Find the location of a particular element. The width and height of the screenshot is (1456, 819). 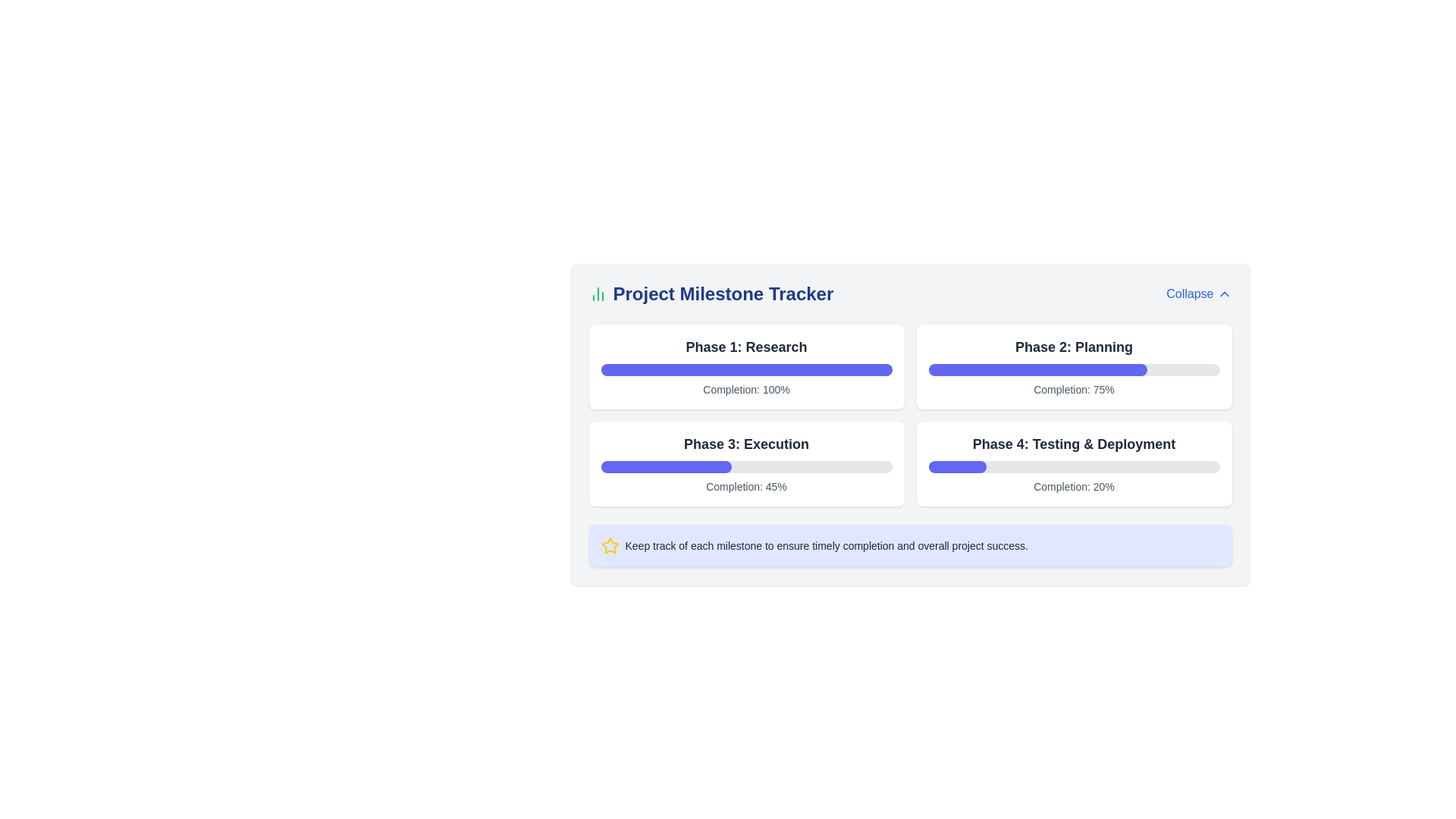

the green bar chart icon located to the left of the 'Project Milestone Tracker' text in the header section if it has an interactive action associated with it is located at coordinates (597, 294).